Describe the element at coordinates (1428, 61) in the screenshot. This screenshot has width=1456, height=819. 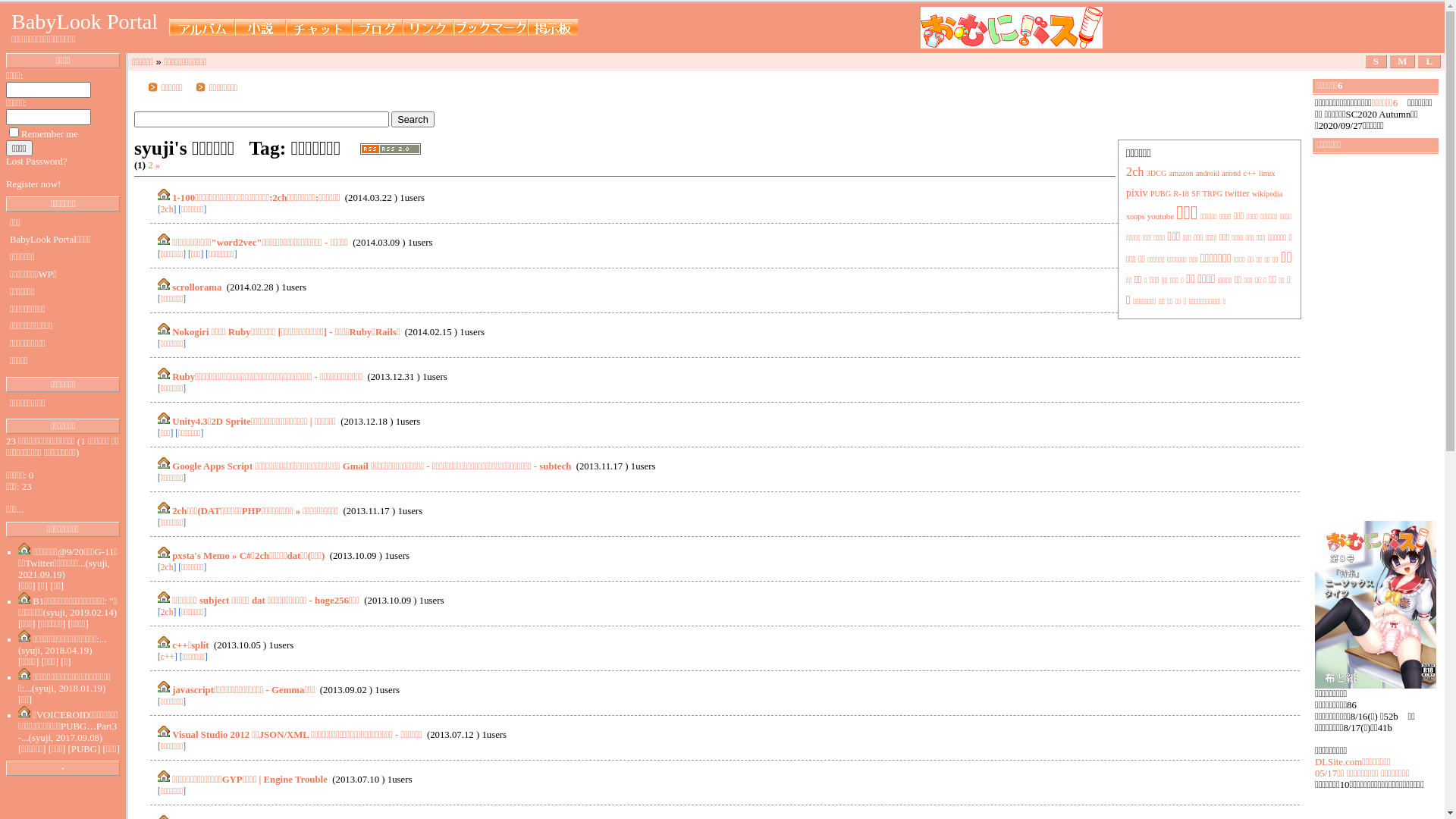
I see `'L'` at that location.